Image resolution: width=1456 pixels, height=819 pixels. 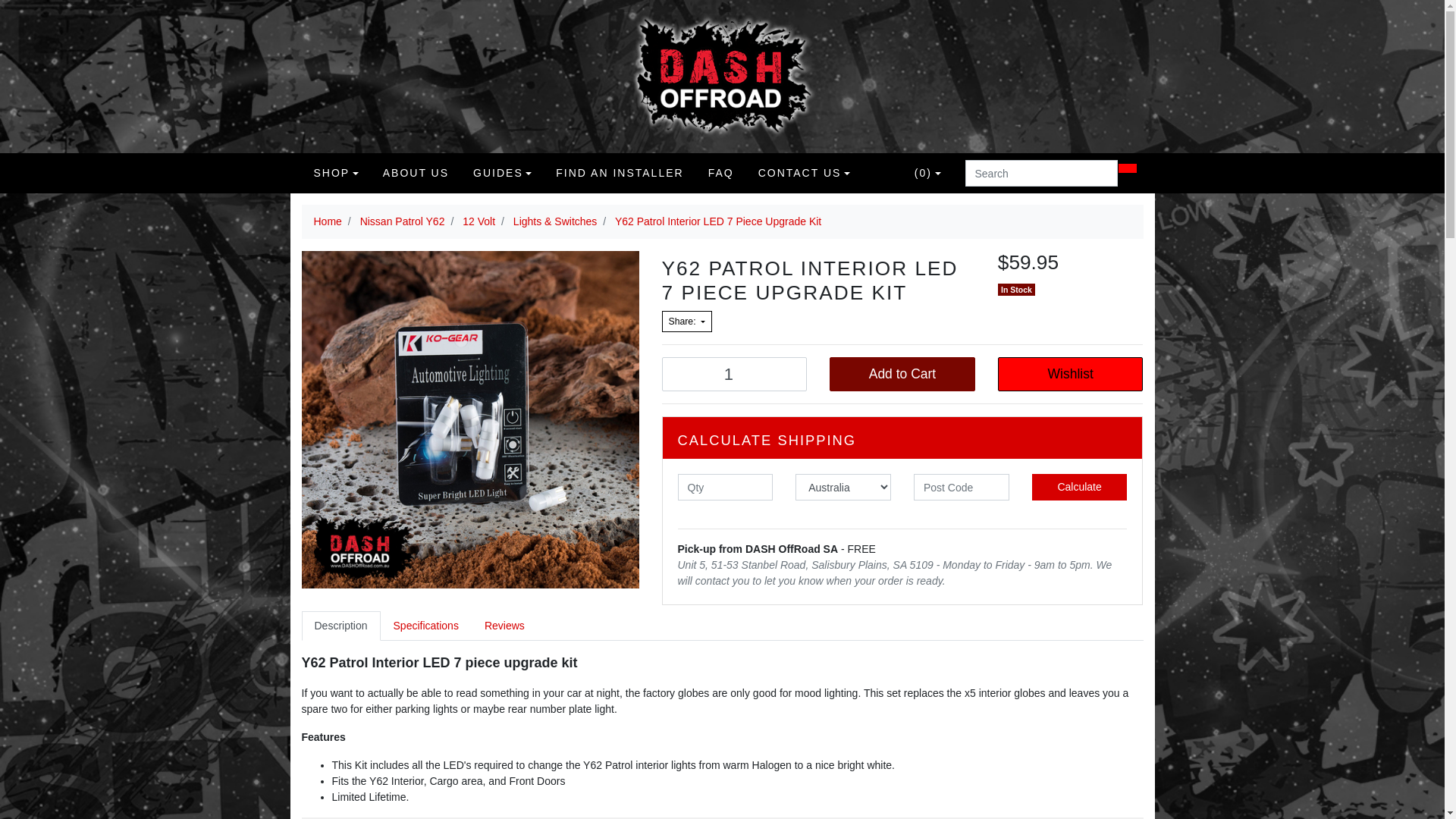 I want to click on 'ABOUT US', so click(x=416, y=172).